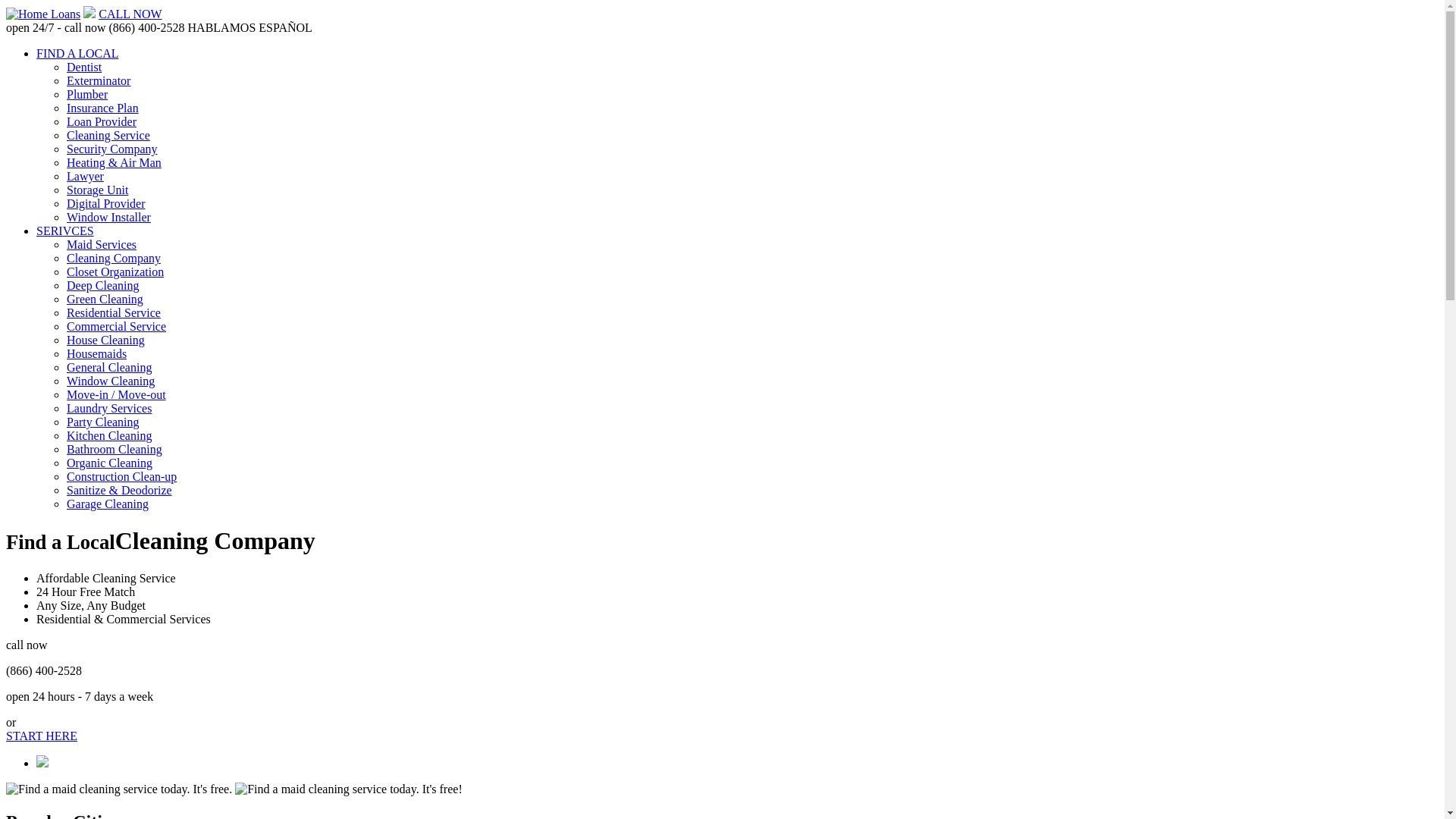 This screenshot has height=819, width=1456. What do you see at coordinates (65, 312) in the screenshot?
I see `'Residential Service'` at bounding box center [65, 312].